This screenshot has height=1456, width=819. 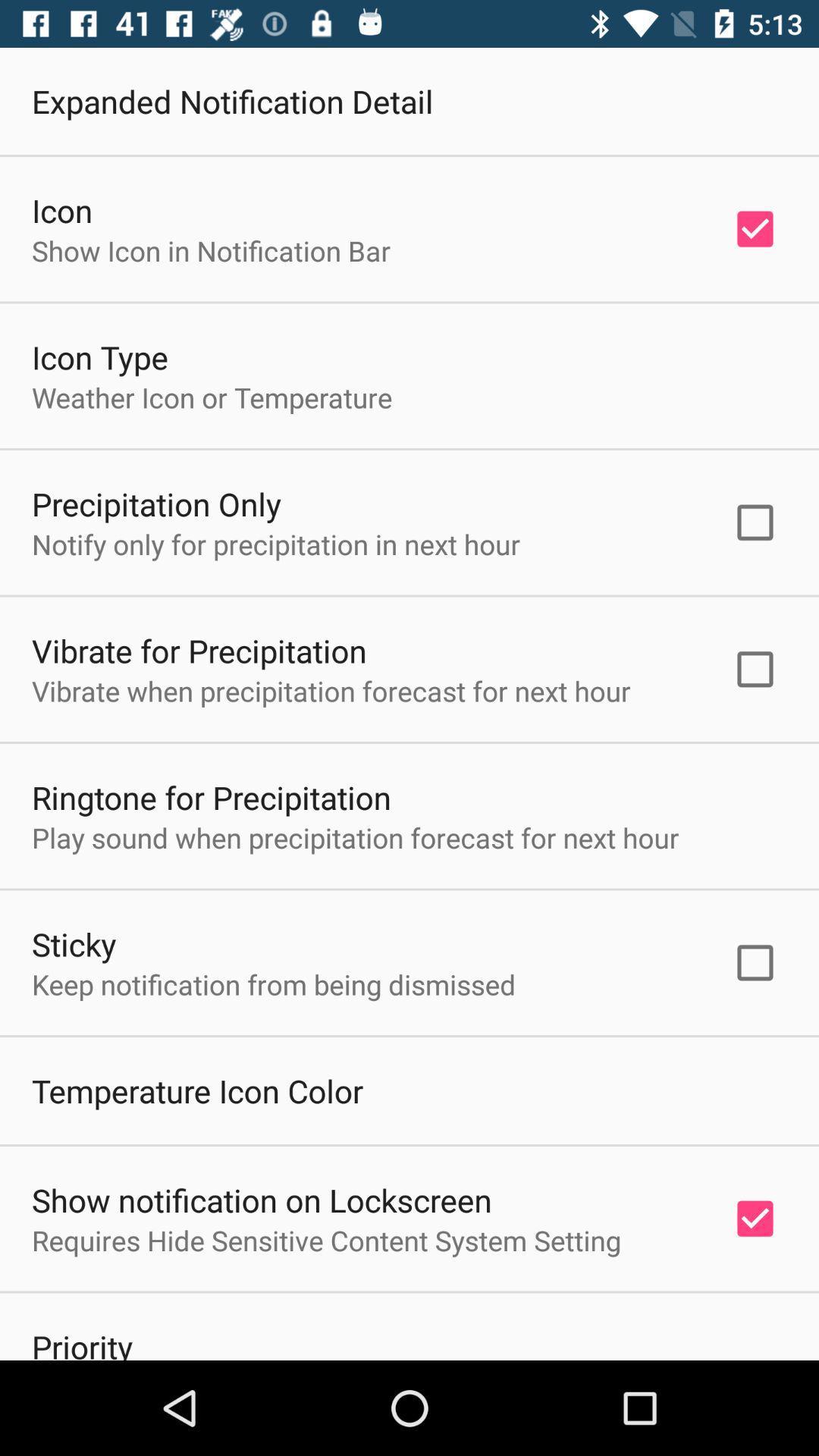 What do you see at coordinates (276, 544) in the screenshot?
I see `the icon above the vibrate for precipitation icon` at bounding box center [276, 544].